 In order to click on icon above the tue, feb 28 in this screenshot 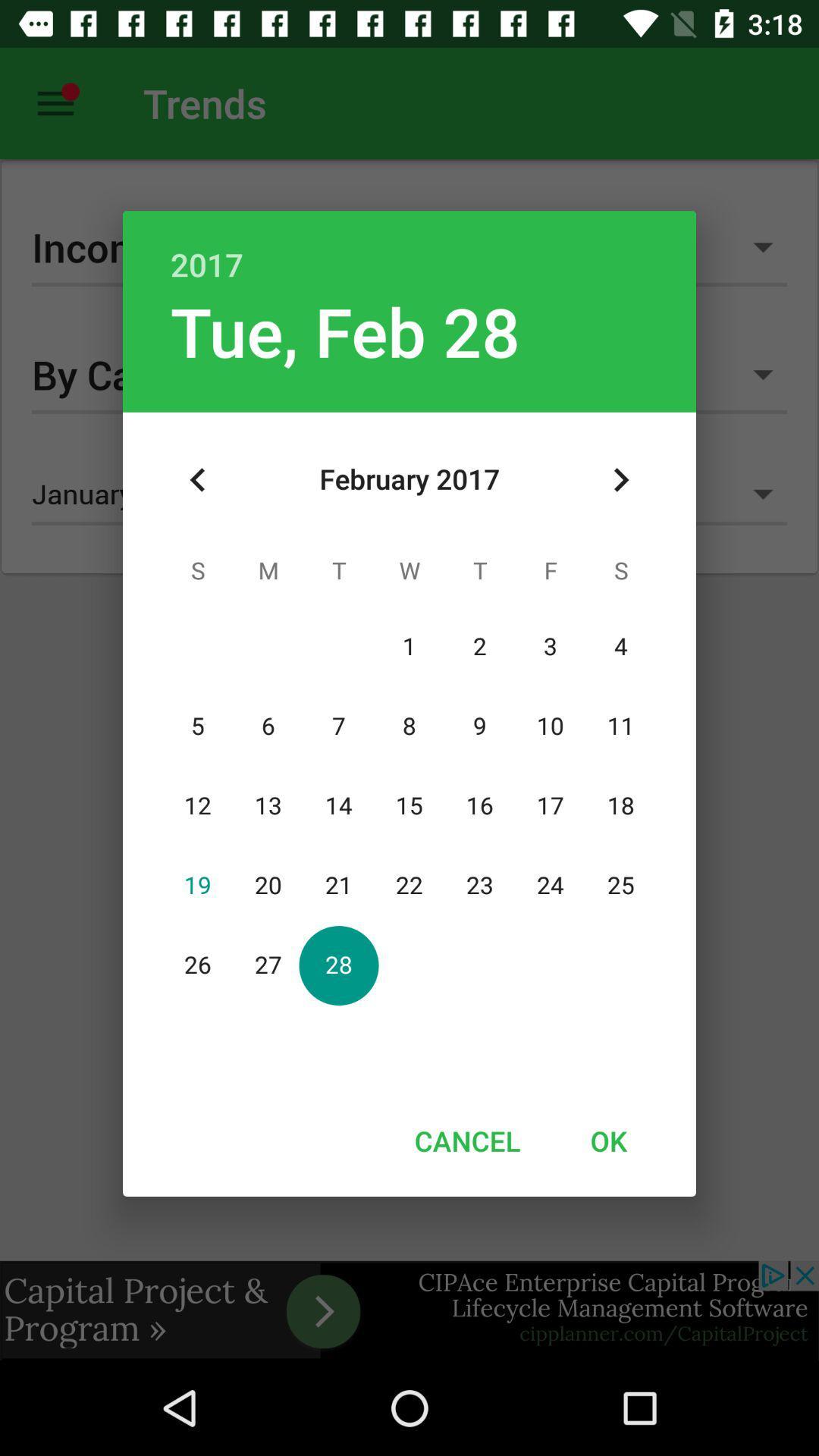, I will do `click(409, 248)`.